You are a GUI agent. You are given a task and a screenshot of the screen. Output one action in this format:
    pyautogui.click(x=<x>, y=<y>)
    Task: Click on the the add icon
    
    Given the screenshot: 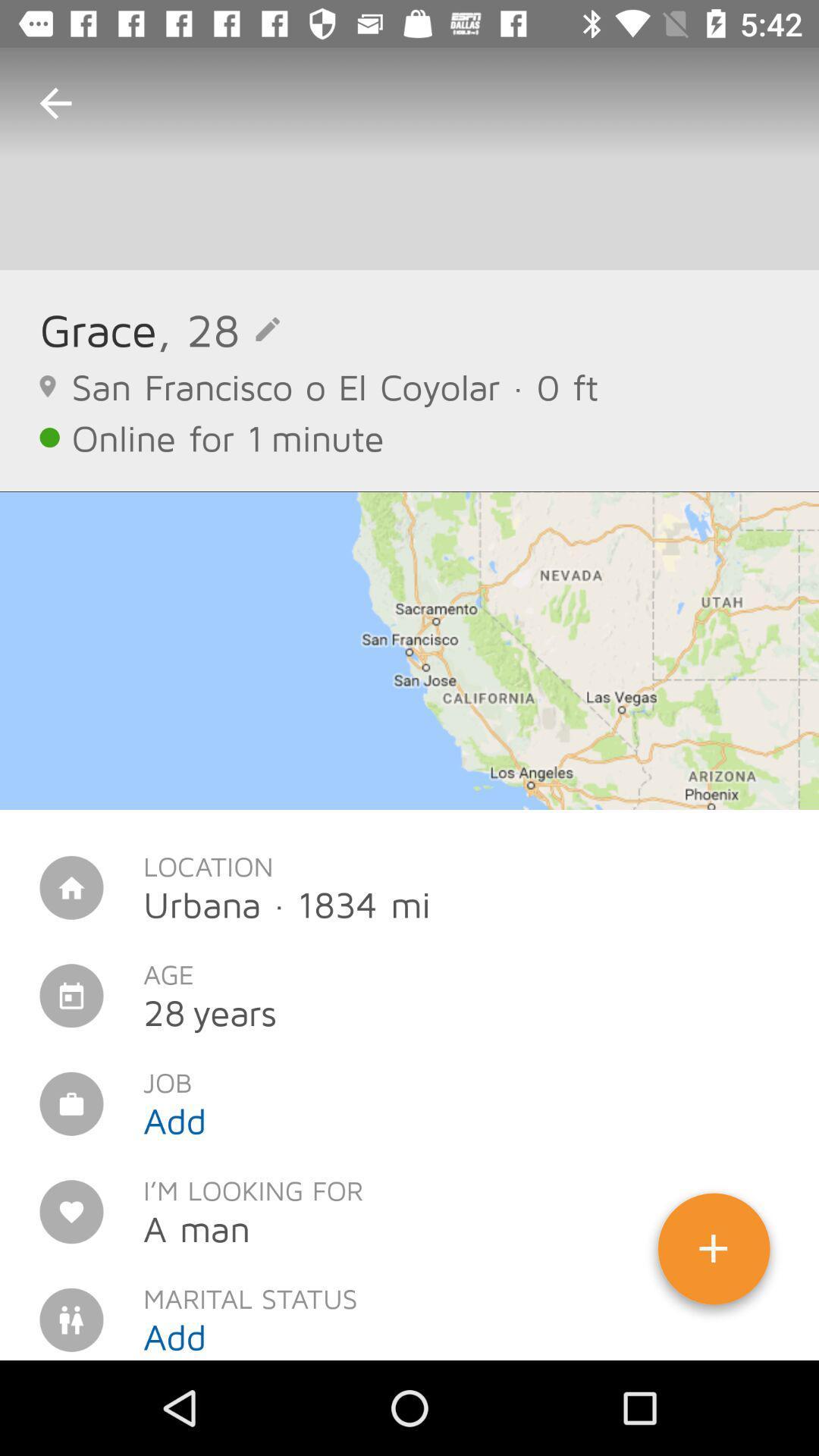 What is the action you would take?
    pyautogui.click(x=714, y=1254)
    